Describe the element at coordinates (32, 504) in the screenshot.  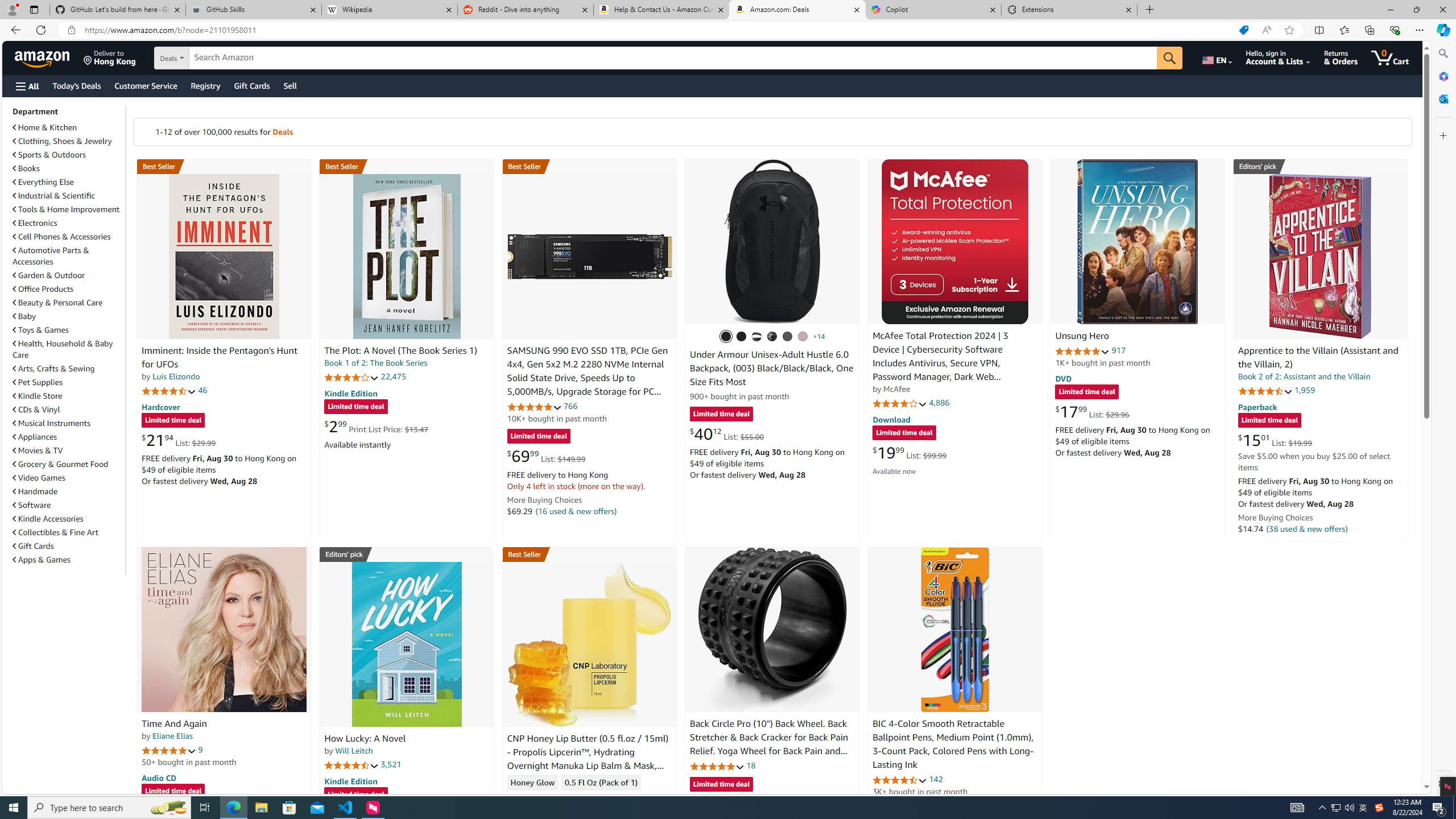
I see `'Software'` at that location.